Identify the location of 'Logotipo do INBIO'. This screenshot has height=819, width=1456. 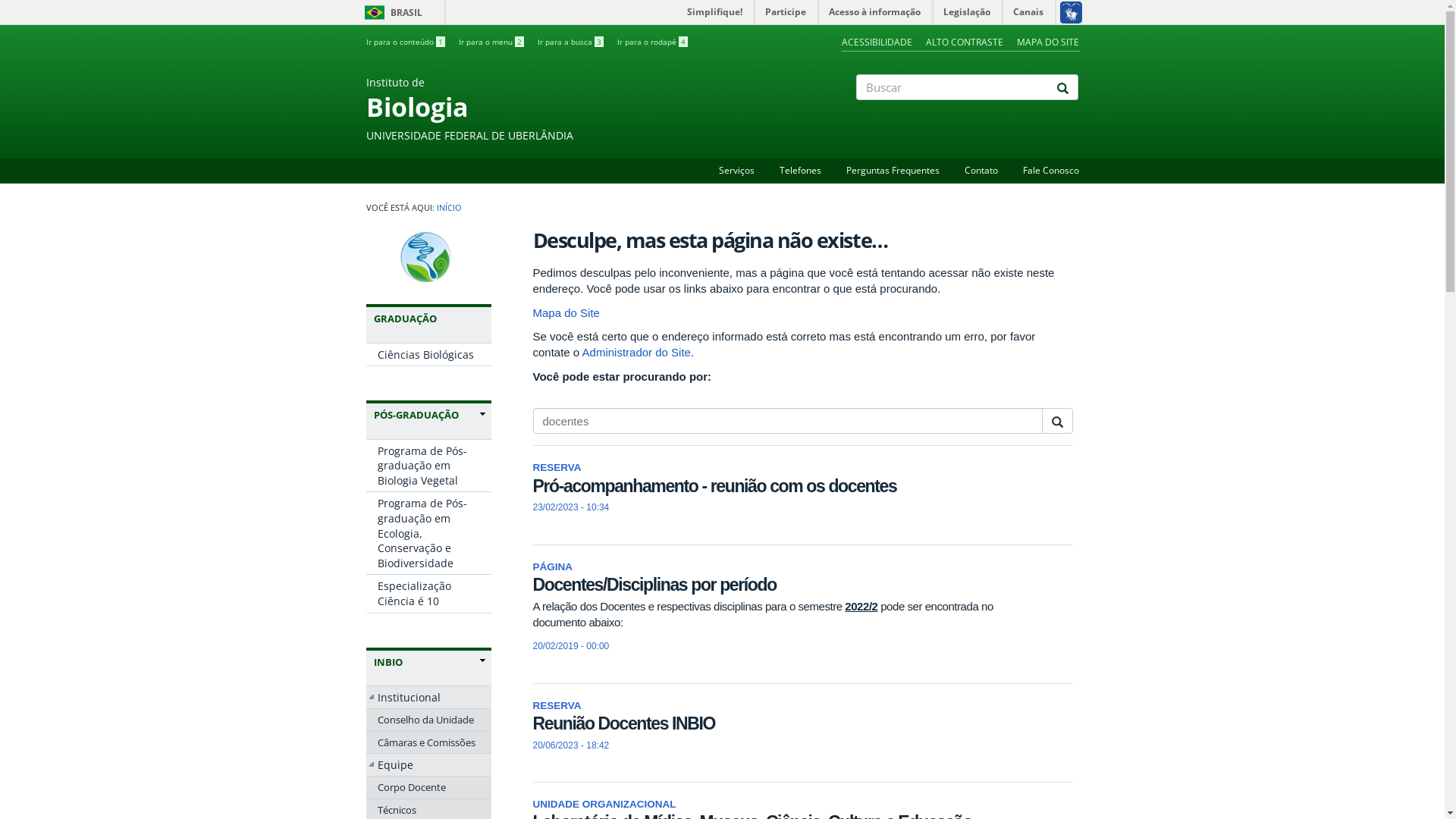
(428, 257).